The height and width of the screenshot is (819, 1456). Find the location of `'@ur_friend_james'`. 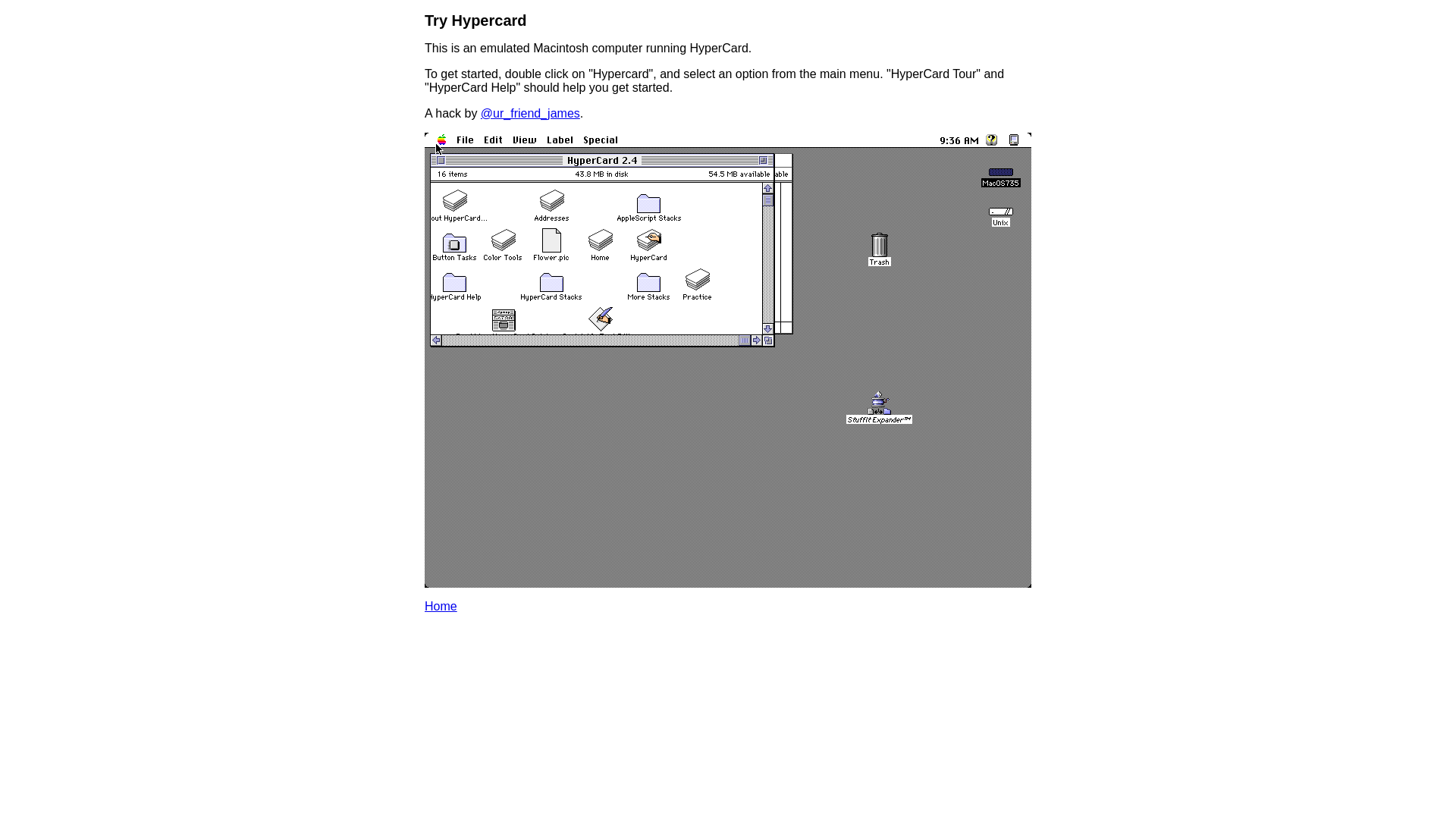

'@ur_friend_james' is located at coordinates (530, 112).